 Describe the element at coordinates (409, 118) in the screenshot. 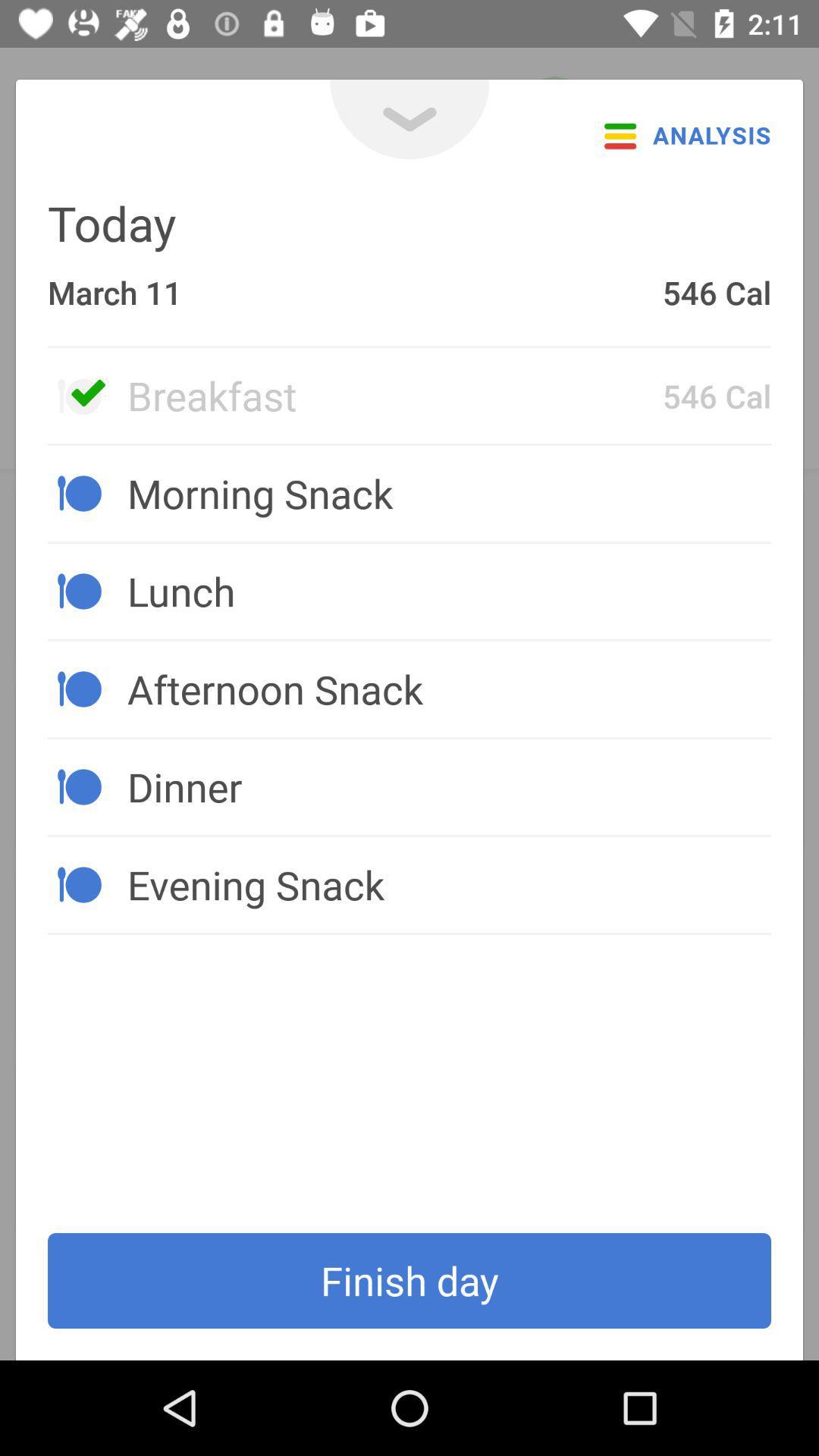

I see `show more options` at that location.